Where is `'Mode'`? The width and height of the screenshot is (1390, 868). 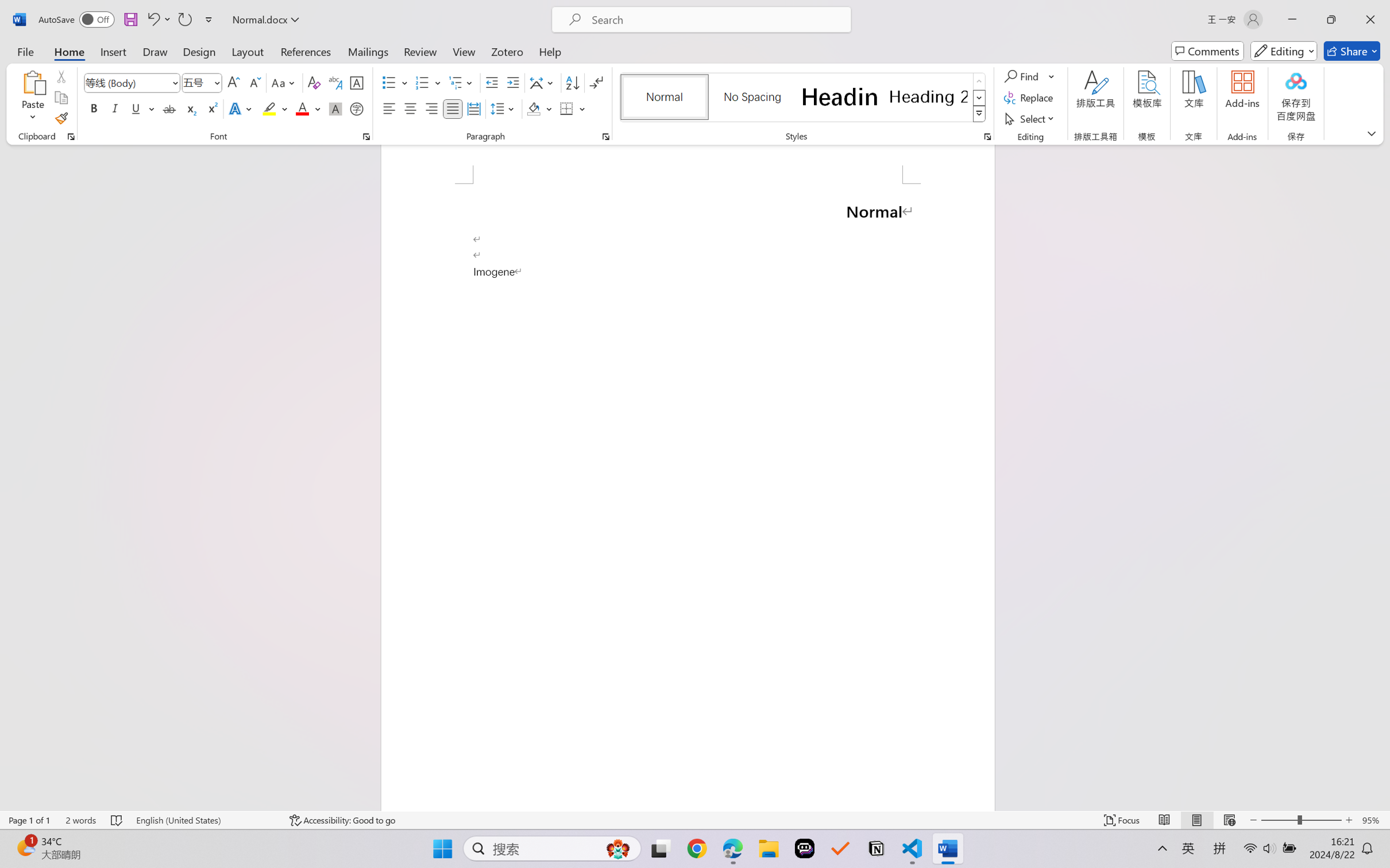
'Mode' is located at coordinates (1284, 51).